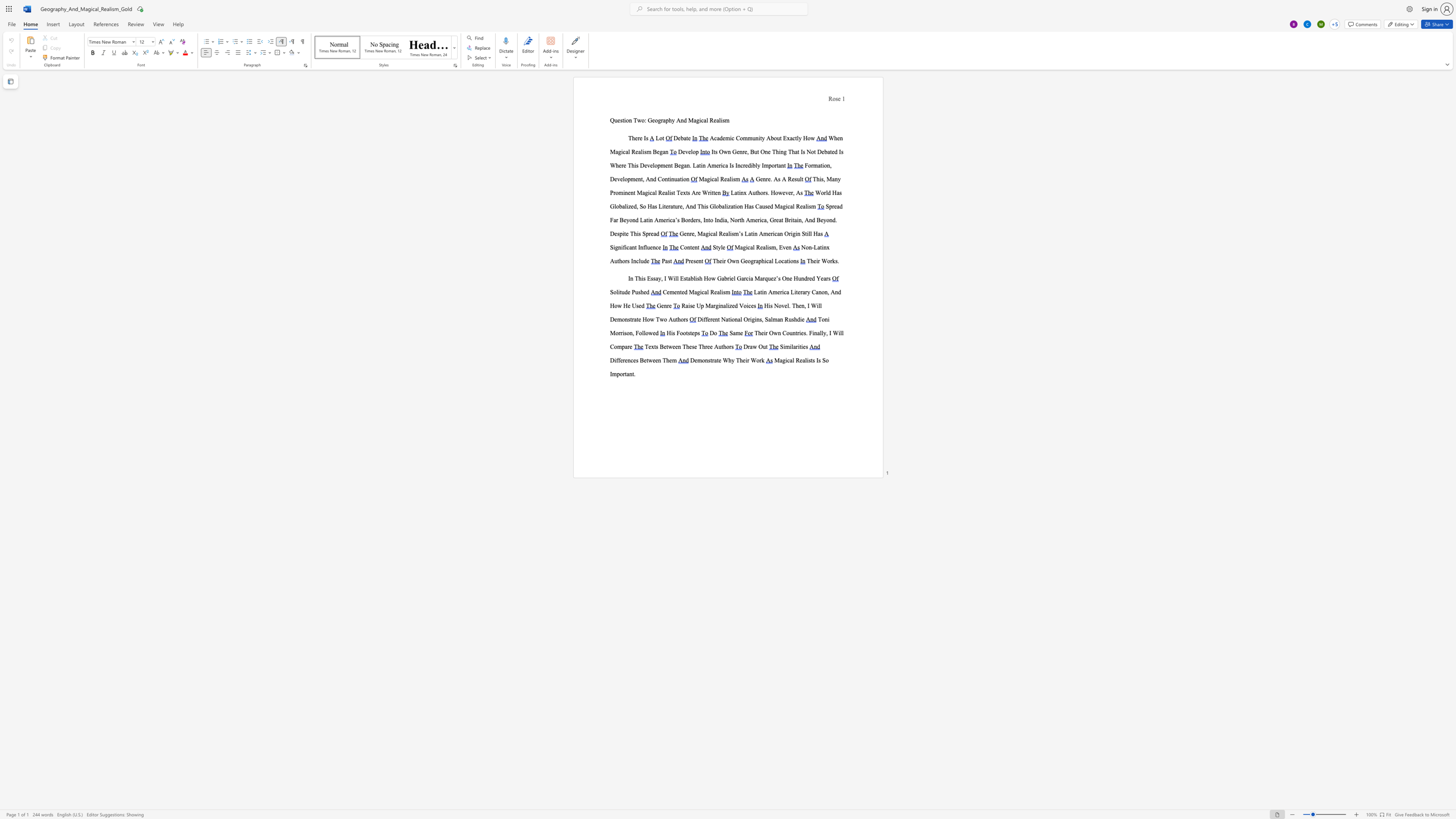 This screenshot has width=1456, height=819. Describe the element at coordinates (632, 278) in the screenshot. I see `the 1th character "n" in the text` at that location.